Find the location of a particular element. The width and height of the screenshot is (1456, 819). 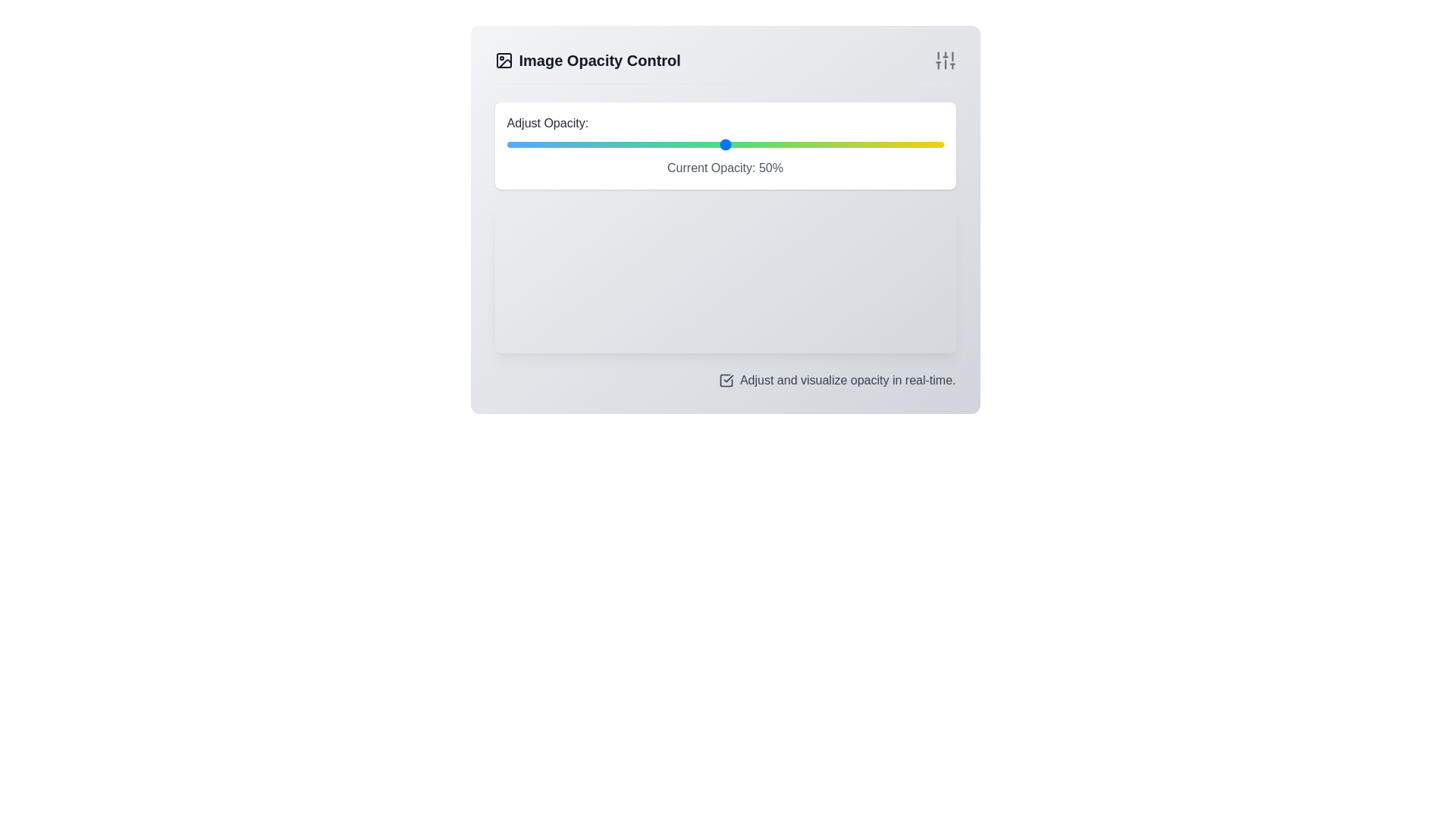

the opacity is located at coordinates (773, 145).